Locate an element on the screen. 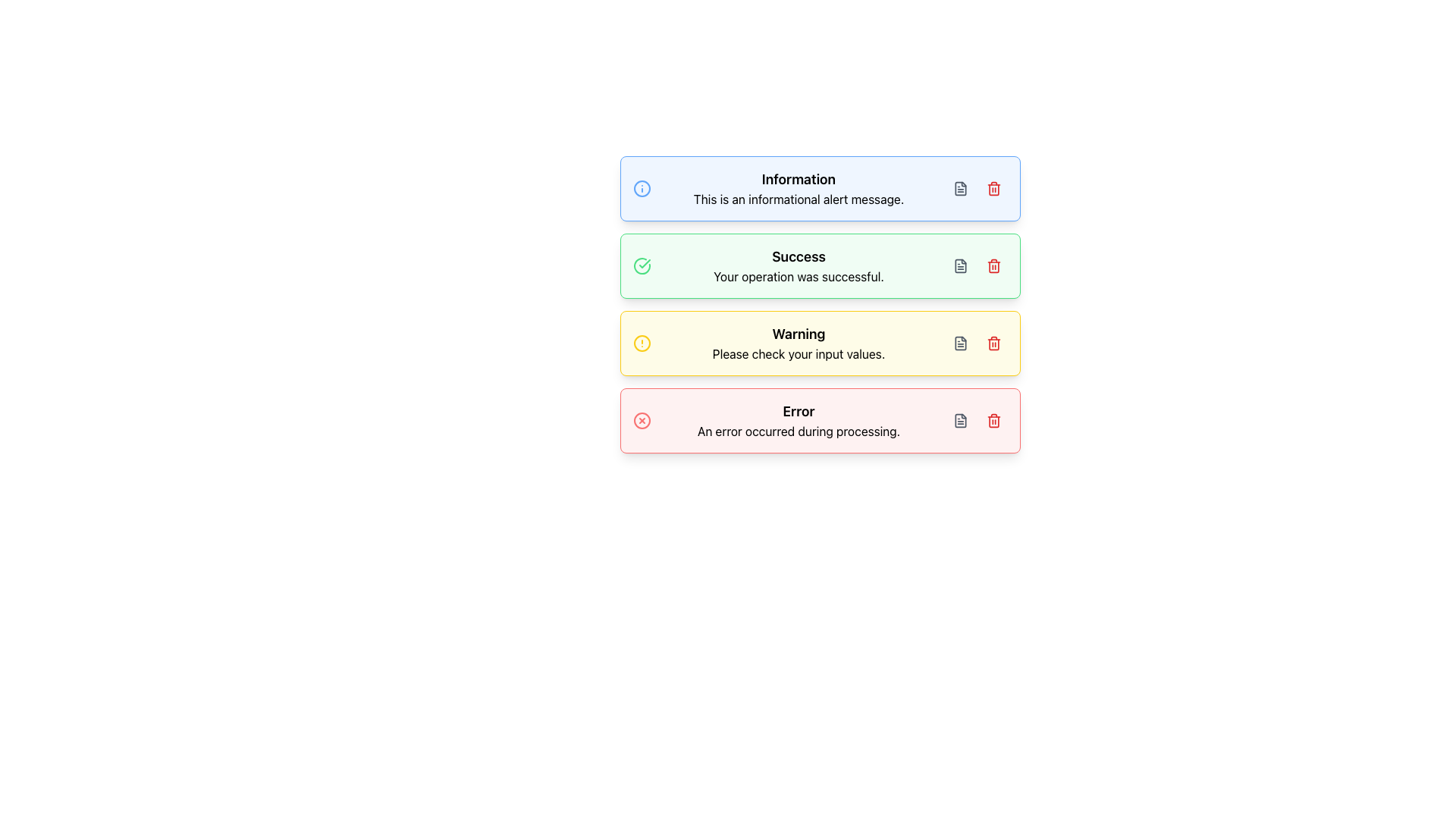 Image resolution: width=1456 pixels, height=819 pixels. the static text UI component that reads 'Please check your input values.' within the warning alert box, which is styled in black font on a white background and is the second line of text in the notification is located at coordinates (798, 353).